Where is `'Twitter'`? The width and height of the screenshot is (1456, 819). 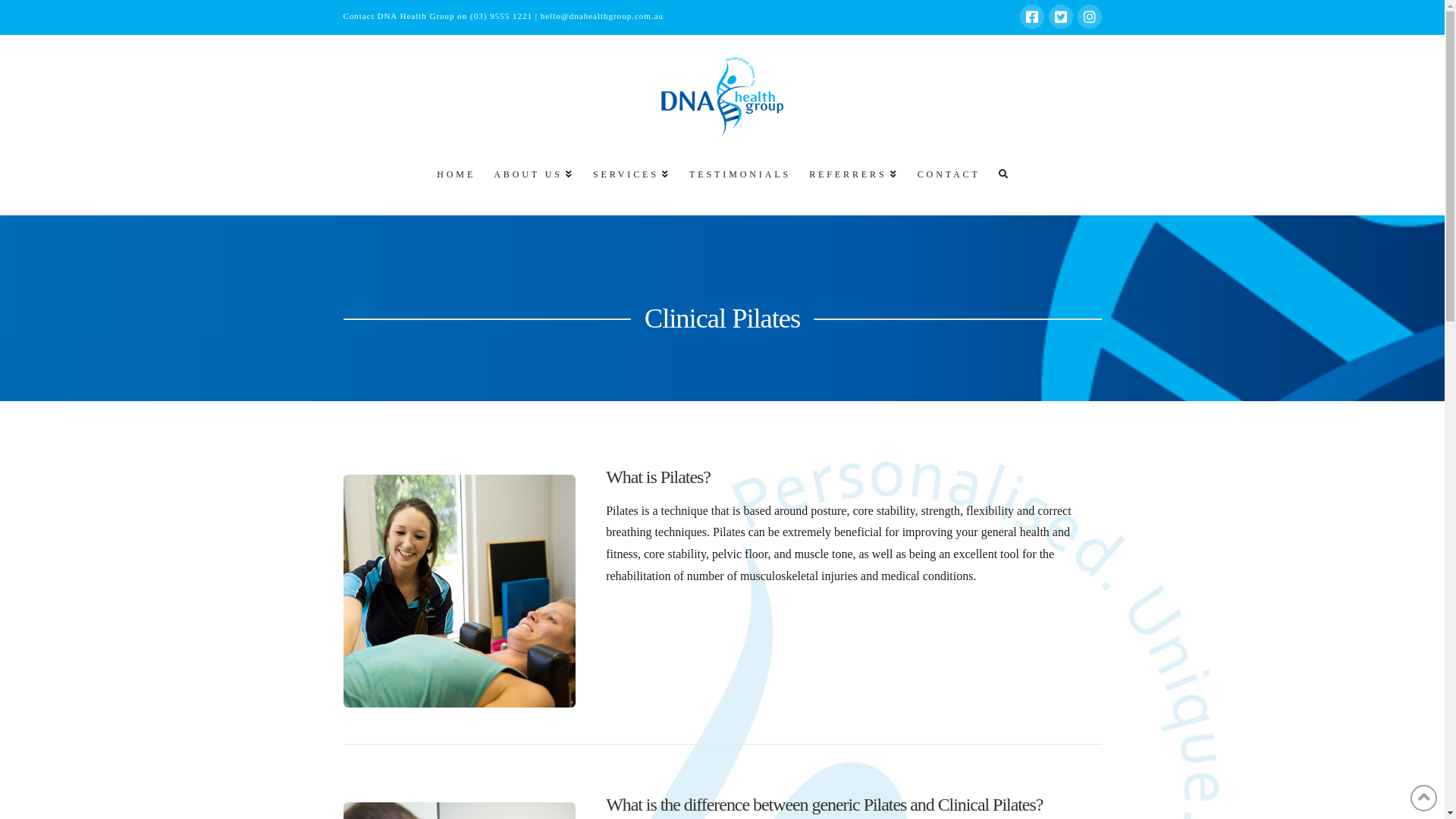
'Twitter' is located at coordinates (1059, 17).